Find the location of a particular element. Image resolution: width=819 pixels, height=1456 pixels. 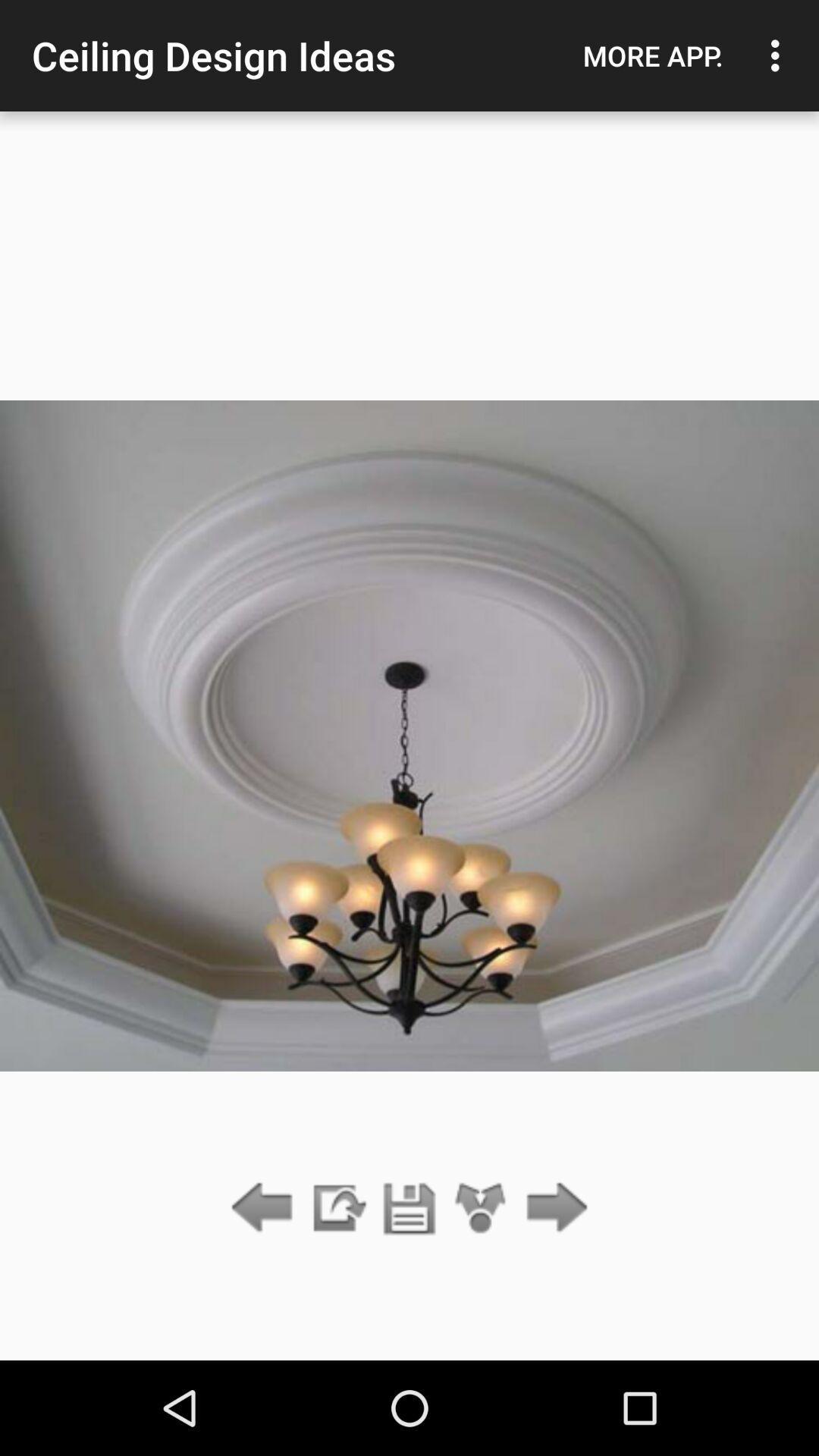

the share icon is located at coordinates (481, 1208).